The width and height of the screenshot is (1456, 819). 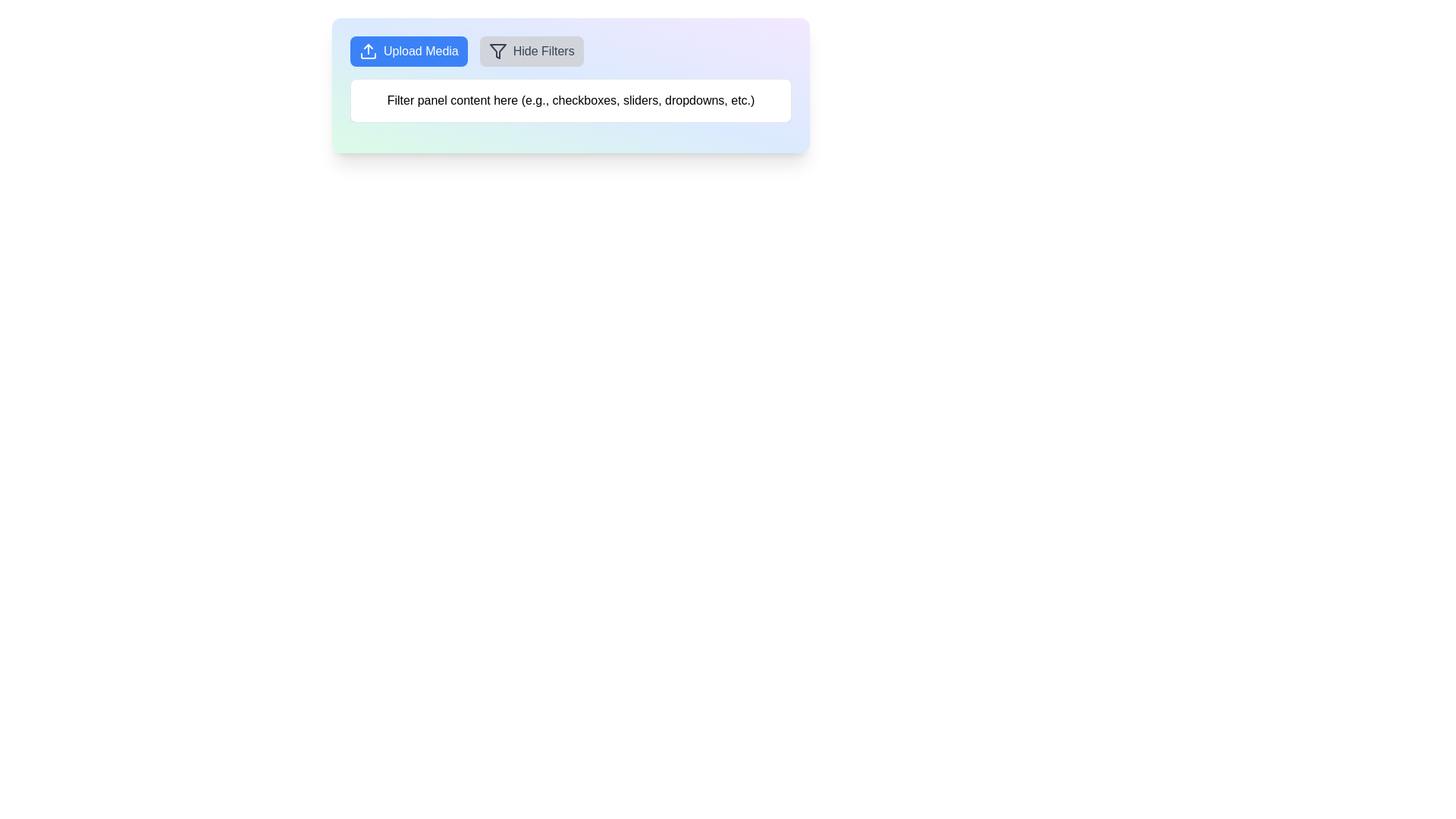 I want to click on the horizontal UI grouping of the blue and gray buttons, so click(x=570, y=51).